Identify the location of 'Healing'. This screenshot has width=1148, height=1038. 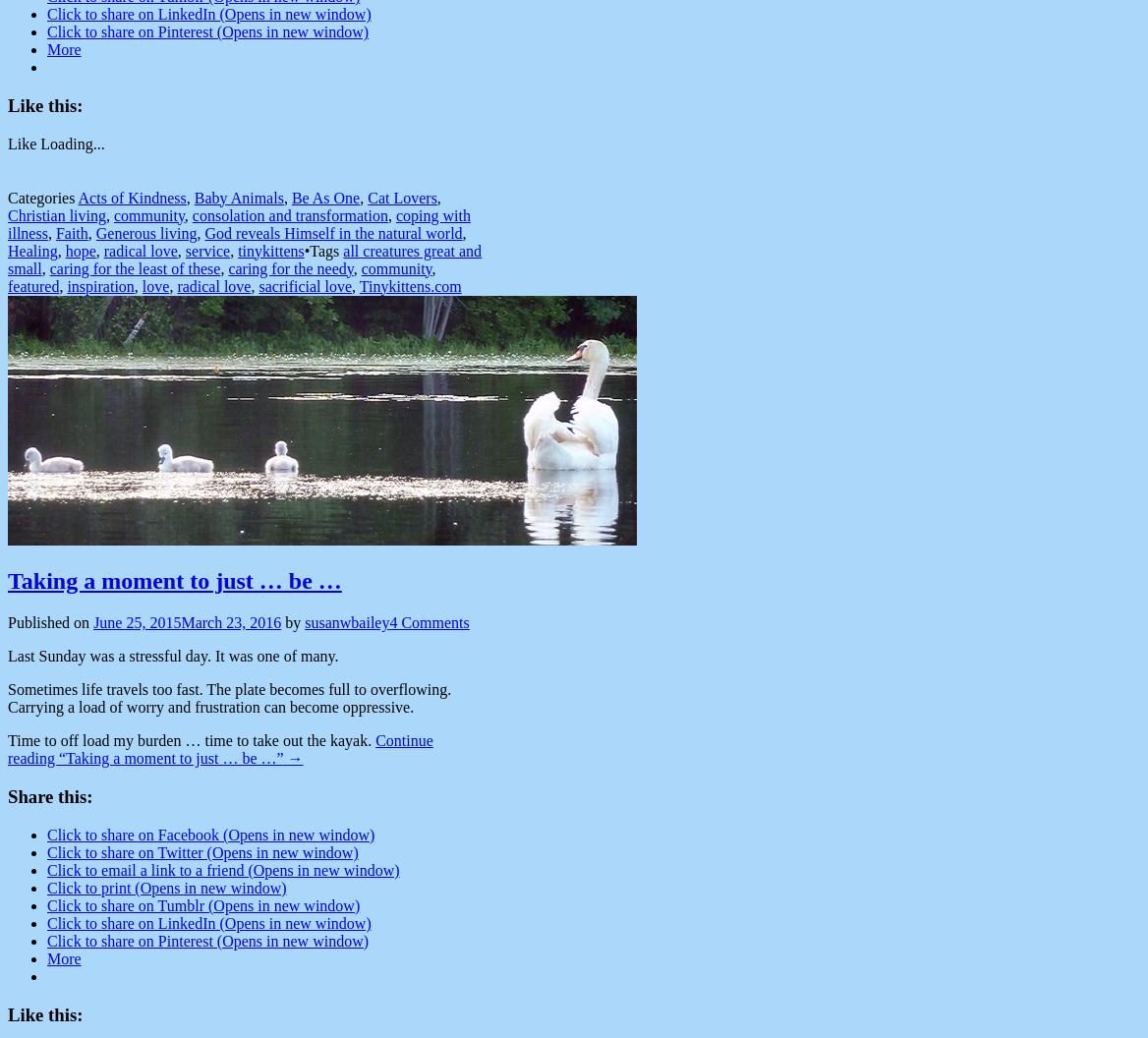
(32, 249).